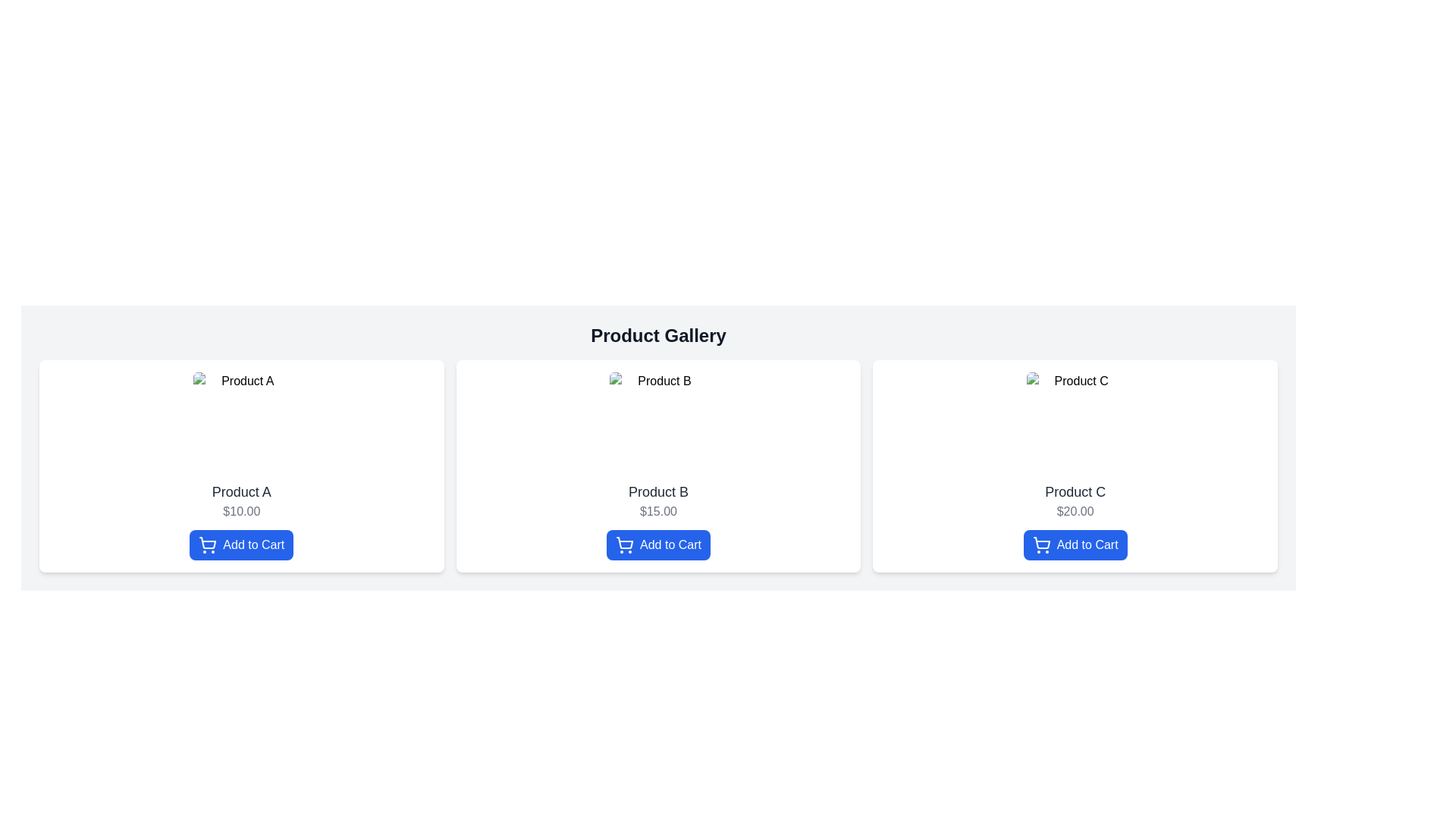 The width and height of the screenshot is (1456, 819). I want to click on the static text displaying the price '$20.00' in gray font, located below the title 'Product C' in the product card, so click(1075, 512).